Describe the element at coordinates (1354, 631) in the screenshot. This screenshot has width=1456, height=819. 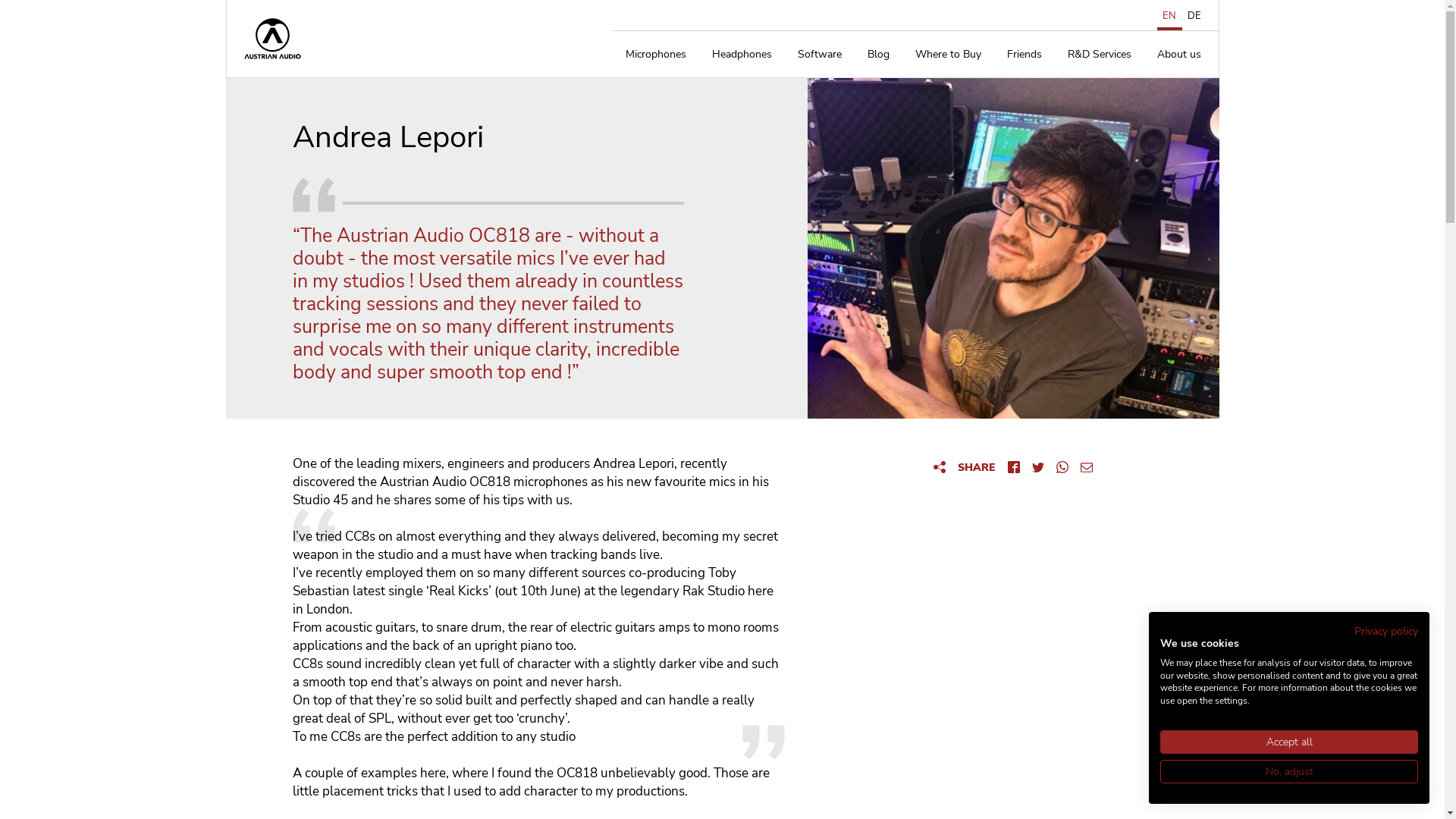
I see `'Privacy policy'` at that location.